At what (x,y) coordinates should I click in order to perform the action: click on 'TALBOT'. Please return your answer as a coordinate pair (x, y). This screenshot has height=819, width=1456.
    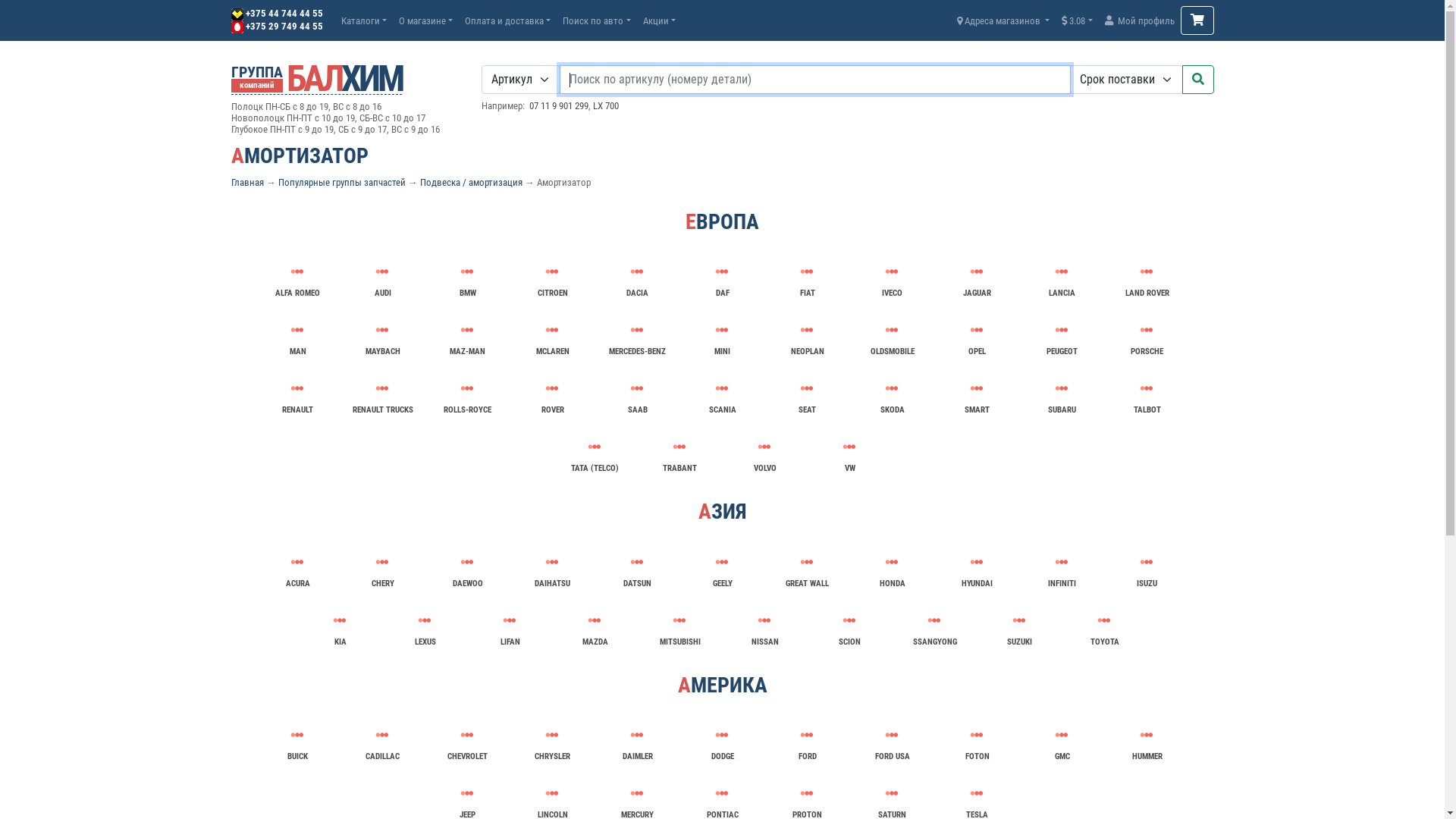
    Looking at the image, I should click on (1147, 393).